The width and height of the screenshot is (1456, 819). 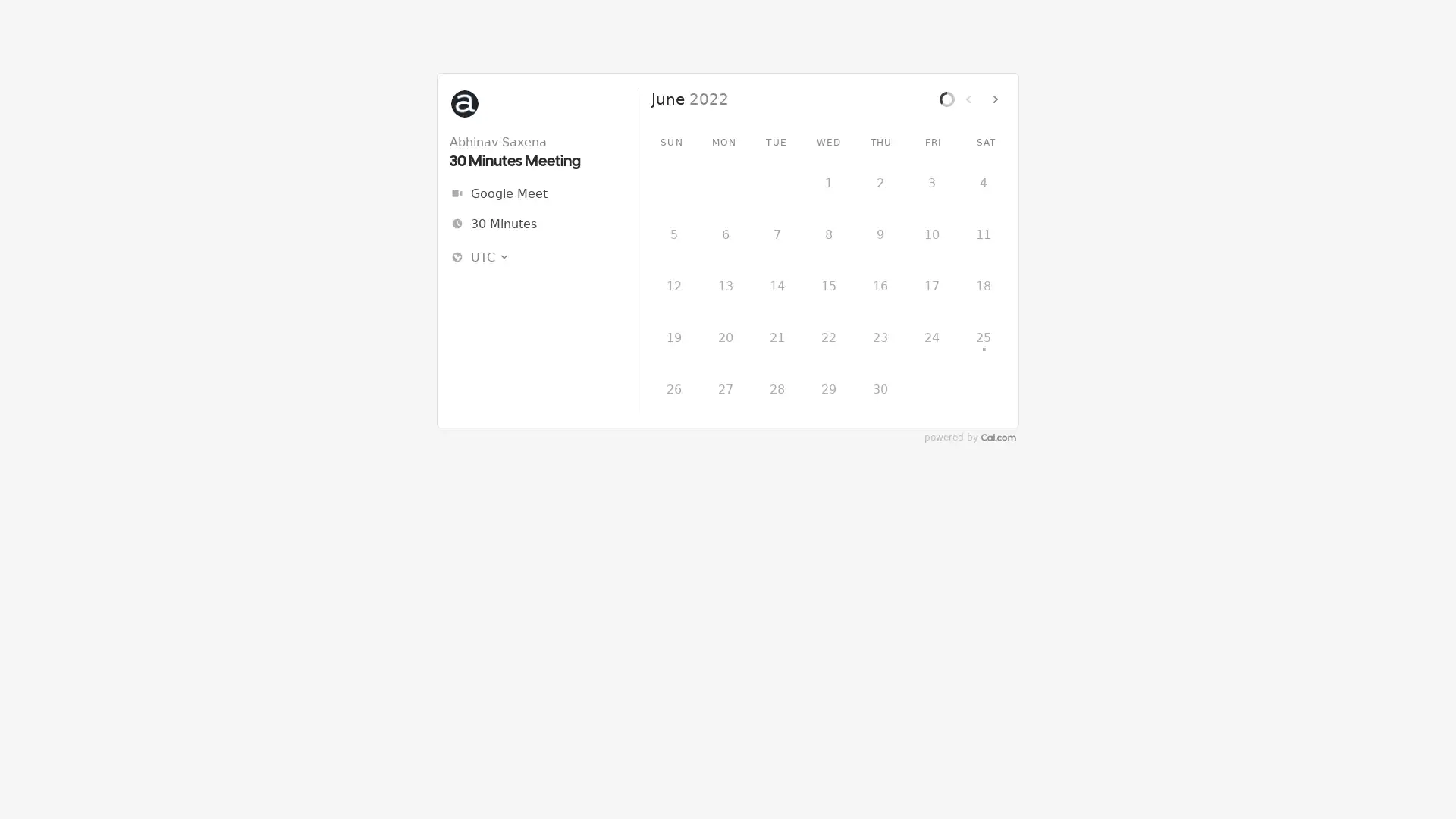 What do you see at coordinates (724, 388) in the screenshot?
I see `27` at bounding box center [724, 388].